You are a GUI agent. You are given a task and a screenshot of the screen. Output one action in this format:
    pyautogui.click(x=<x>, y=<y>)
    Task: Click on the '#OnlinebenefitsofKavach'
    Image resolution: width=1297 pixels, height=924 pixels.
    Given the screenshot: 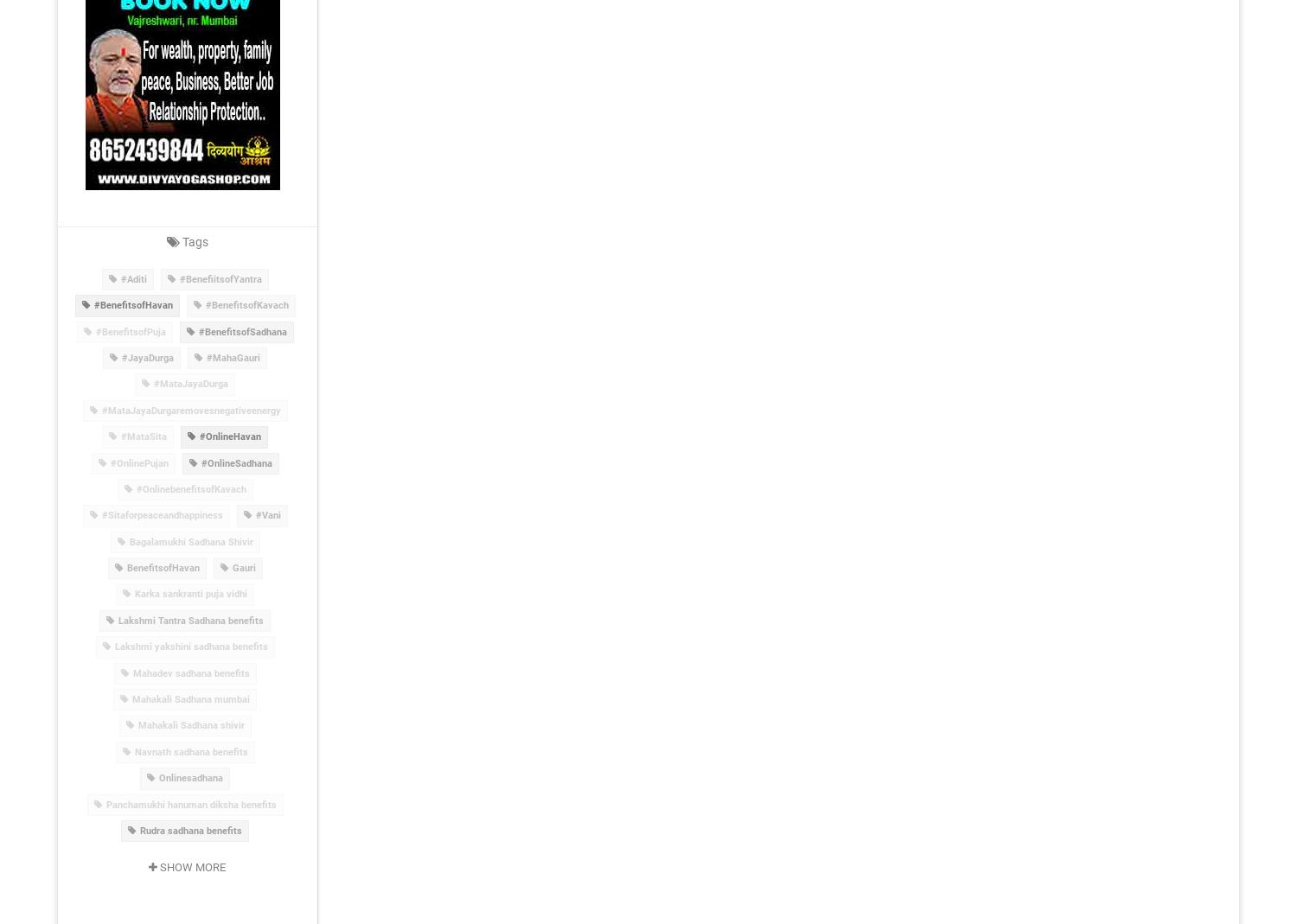 What is the action you would take?
    pyautogui.click(x=189, y=488)
    